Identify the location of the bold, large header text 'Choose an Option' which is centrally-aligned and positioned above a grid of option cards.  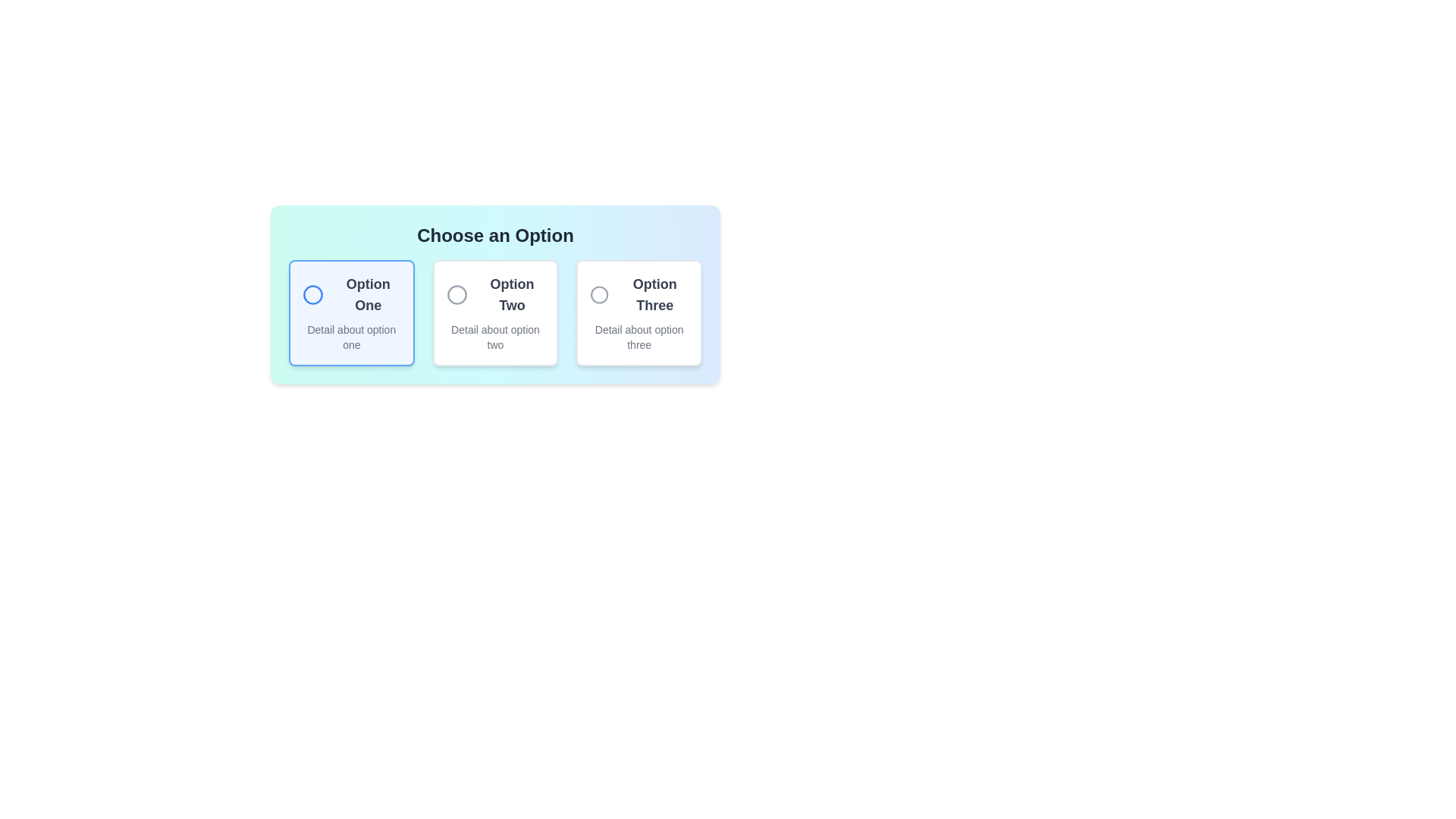
(495, 236).